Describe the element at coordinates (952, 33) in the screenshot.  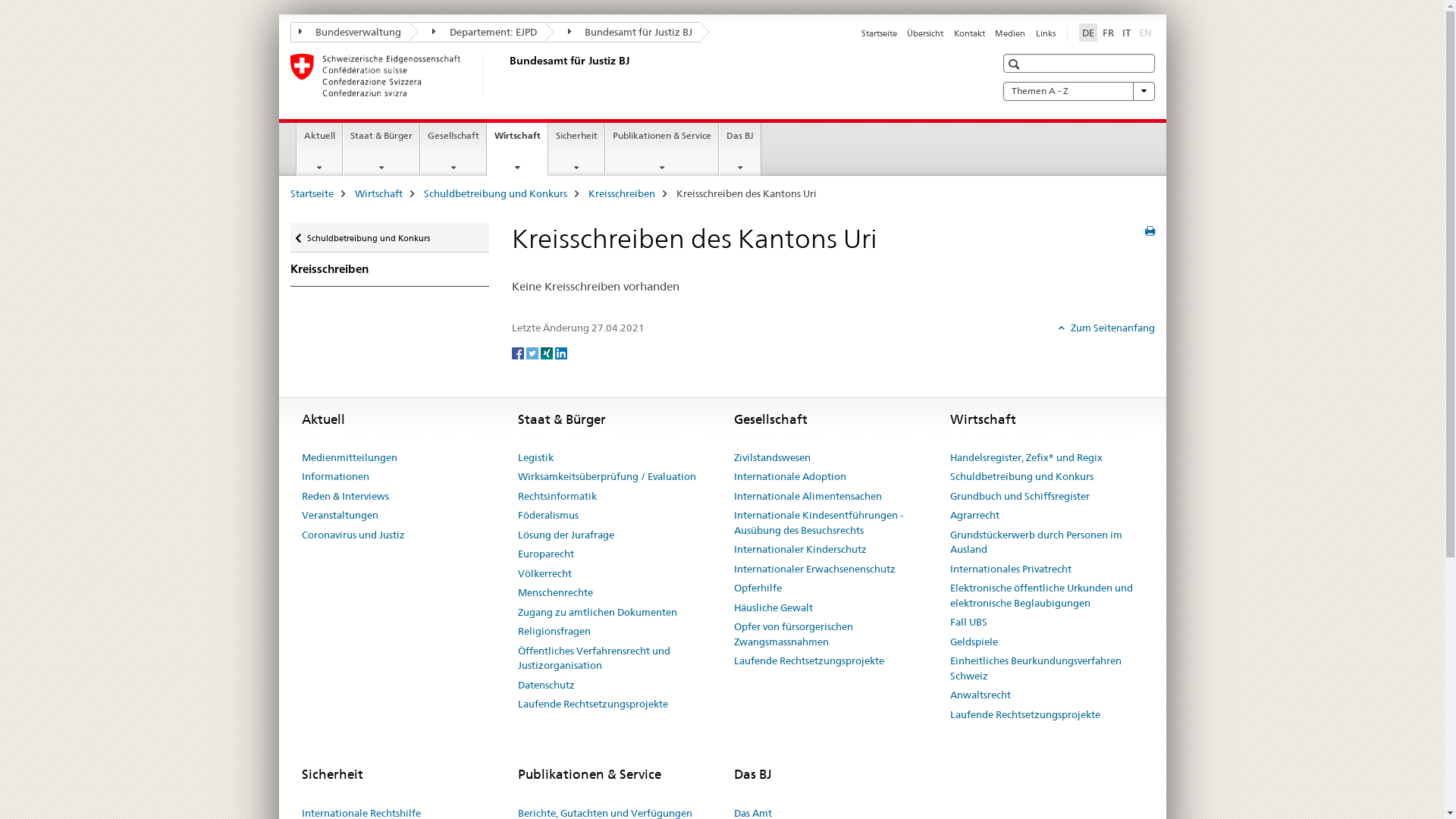
I see `'Kontakt'` at that location.